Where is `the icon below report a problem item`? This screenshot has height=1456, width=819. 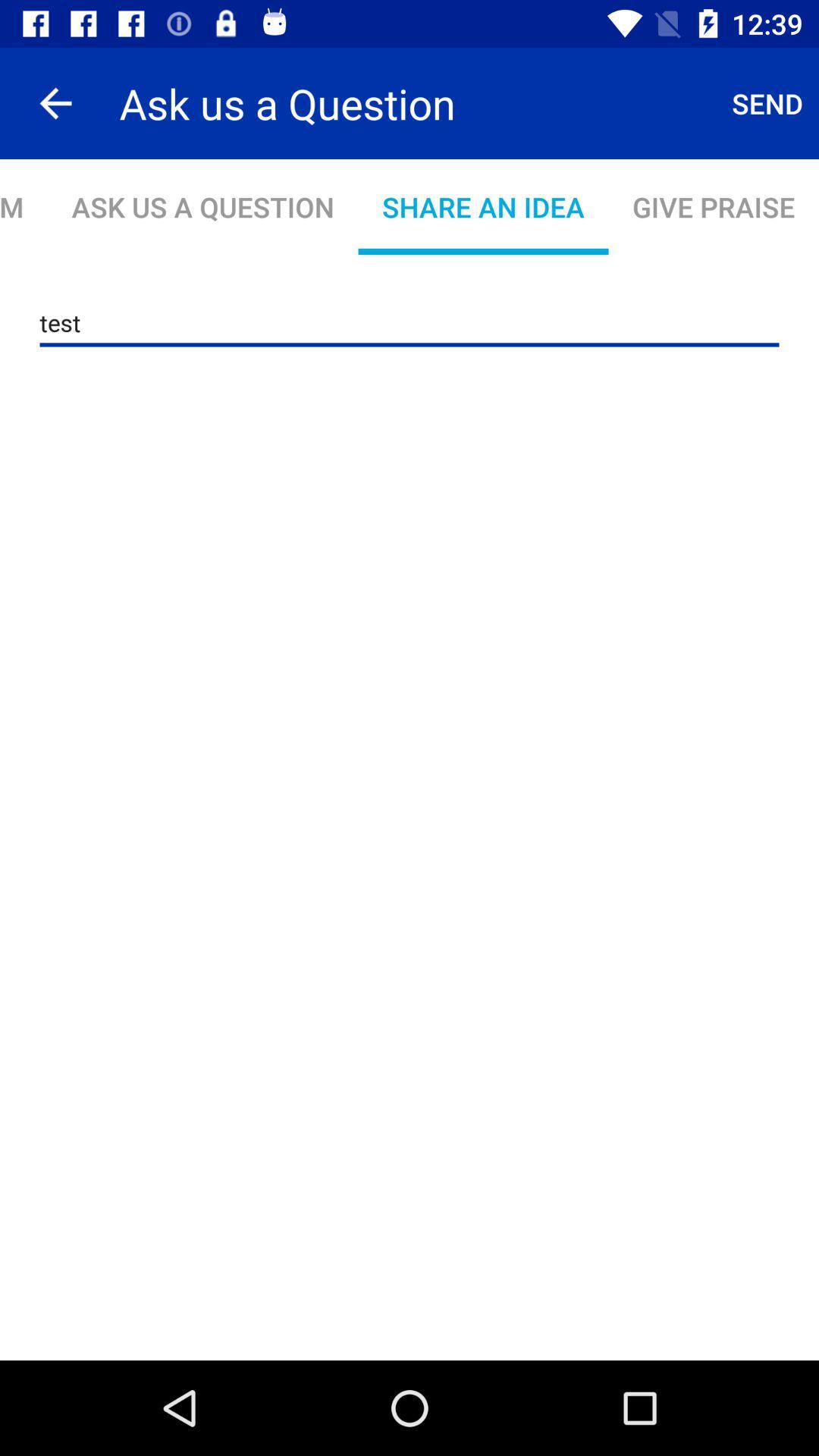 the icon below report a problem item is located at coordinates (409, 322).